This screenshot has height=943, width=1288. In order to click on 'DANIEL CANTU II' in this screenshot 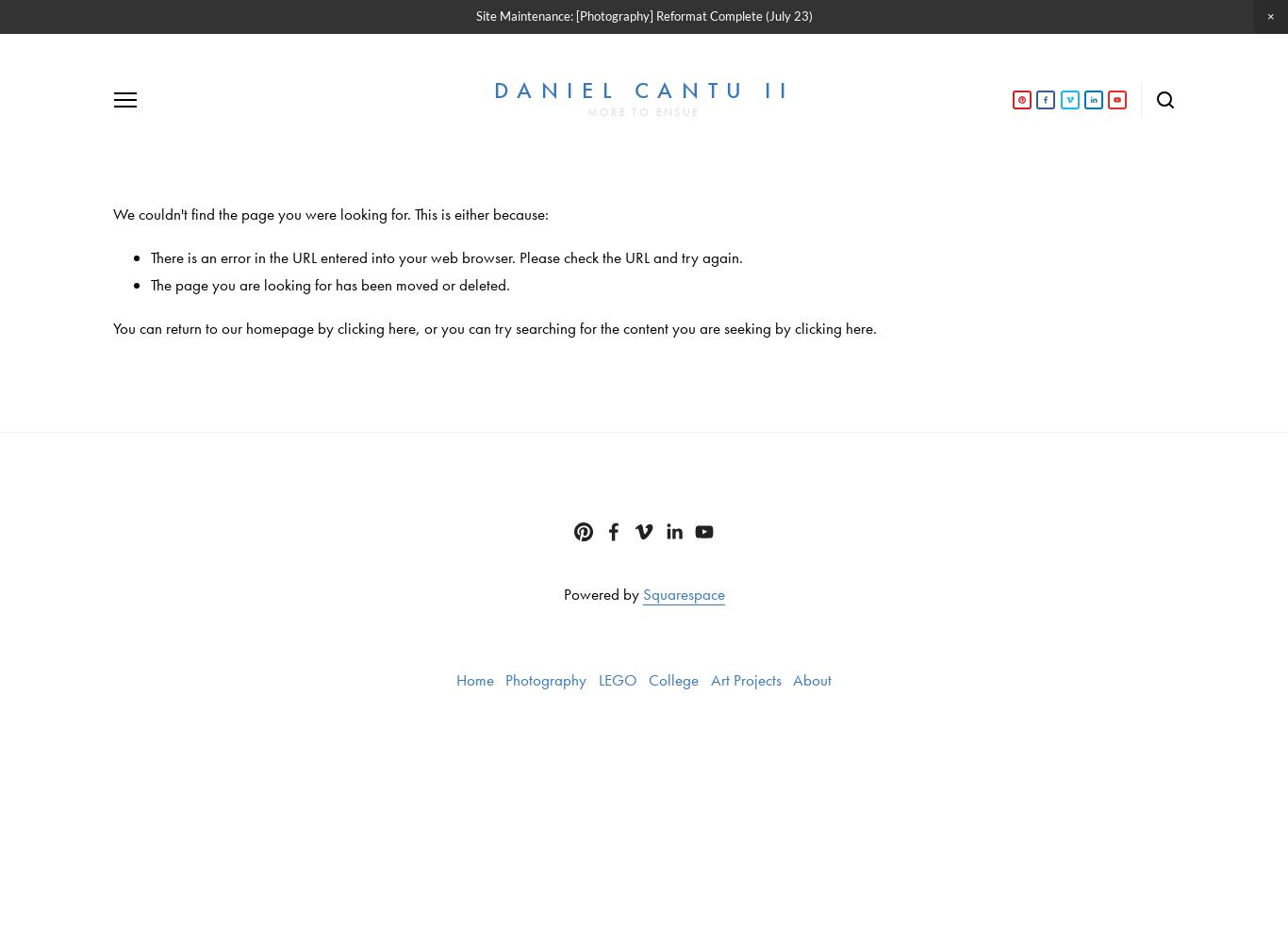, I will do `click(642, 89)`.